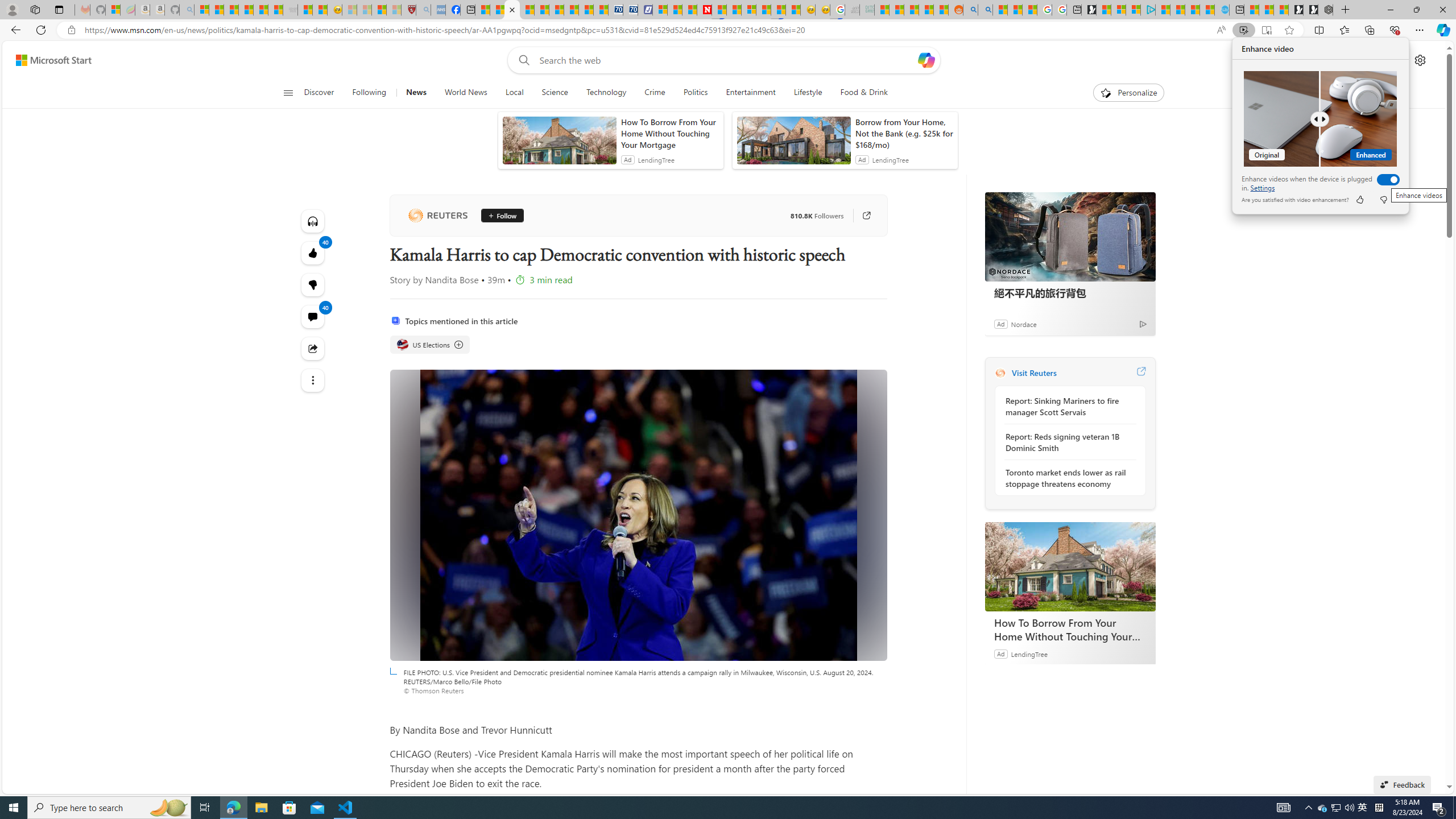 Image resolution: width=1456 pixels, height=819 pixels. Describe the element at coordinates (313, 379) in the screenshot. I see `'Class: at-item'` at that location.